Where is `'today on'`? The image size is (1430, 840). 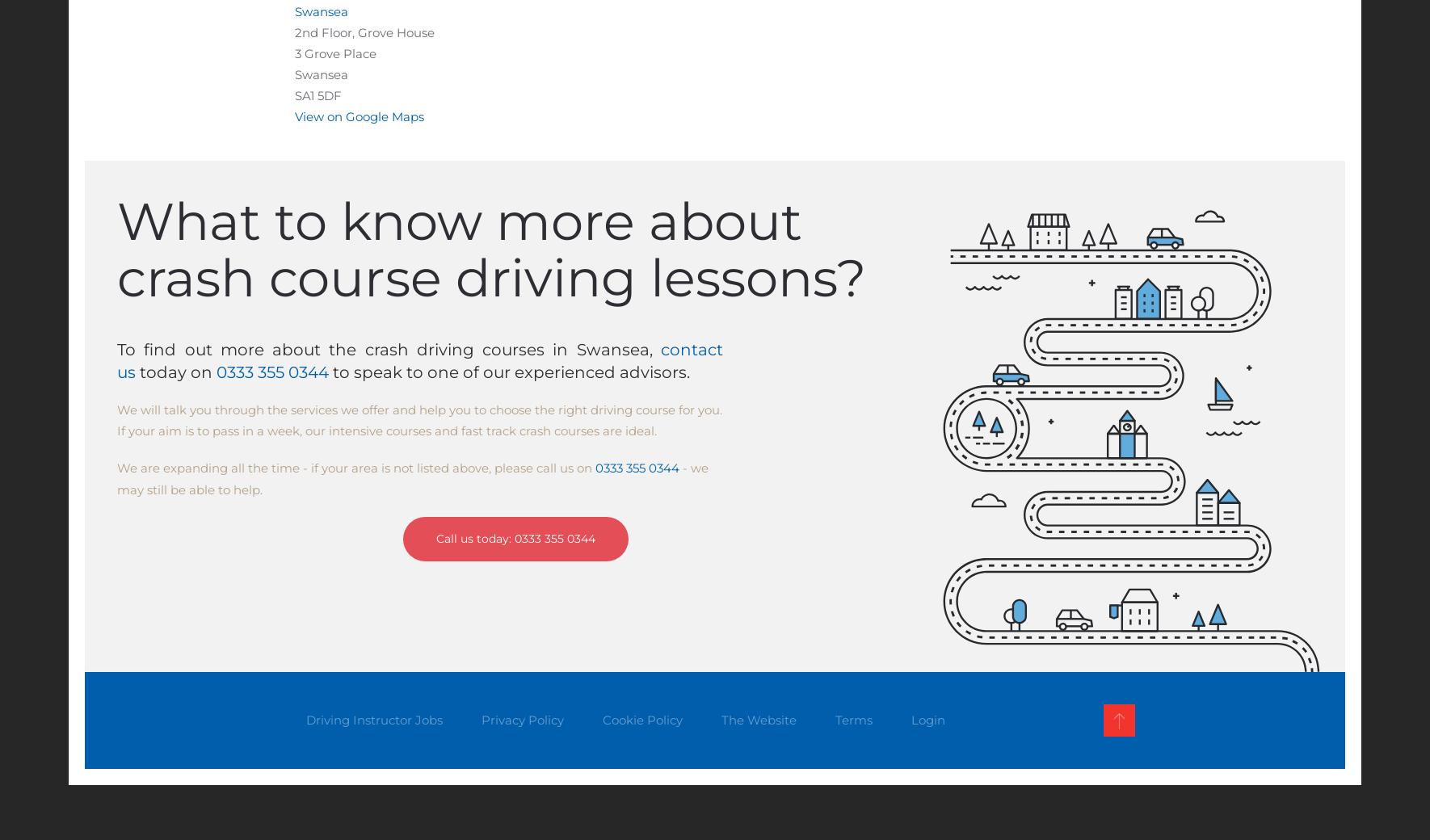 'today on' is located at coordinates (176, 372).